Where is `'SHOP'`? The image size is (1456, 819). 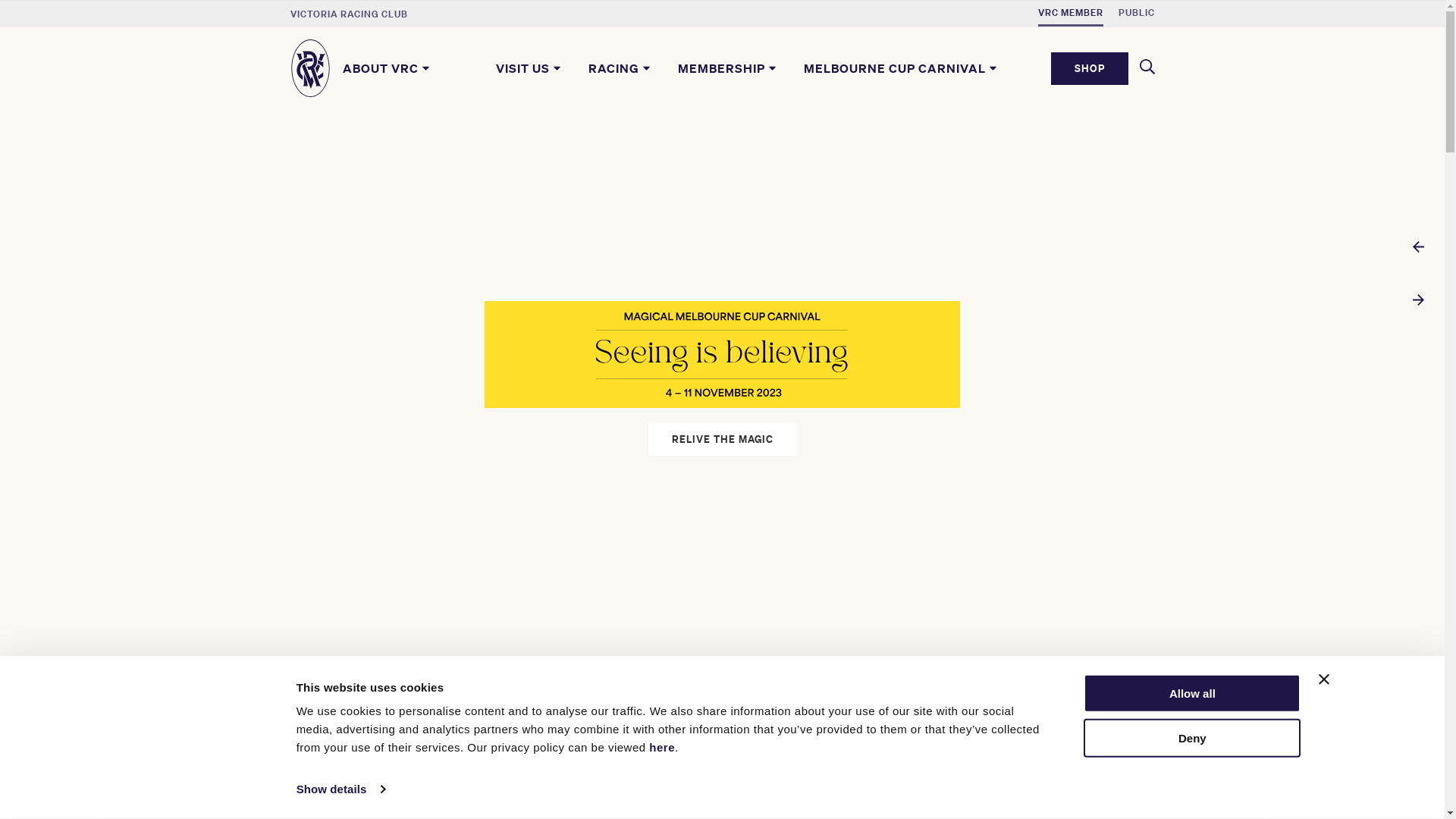
'SHOP' is located at coordinates (1088, 67).